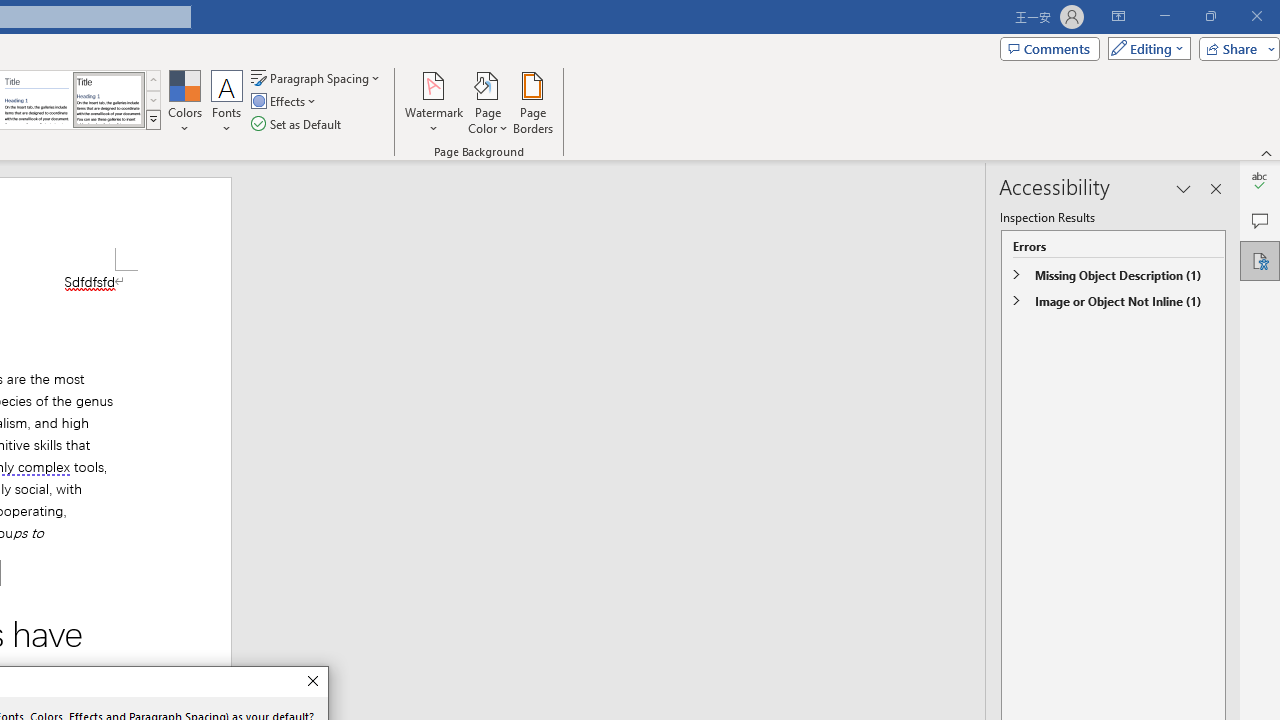 The image size is (1280, 720). Describe the element at coordinates (533, 103) in the screenshot. I see `'Page Borders...'` at that location.